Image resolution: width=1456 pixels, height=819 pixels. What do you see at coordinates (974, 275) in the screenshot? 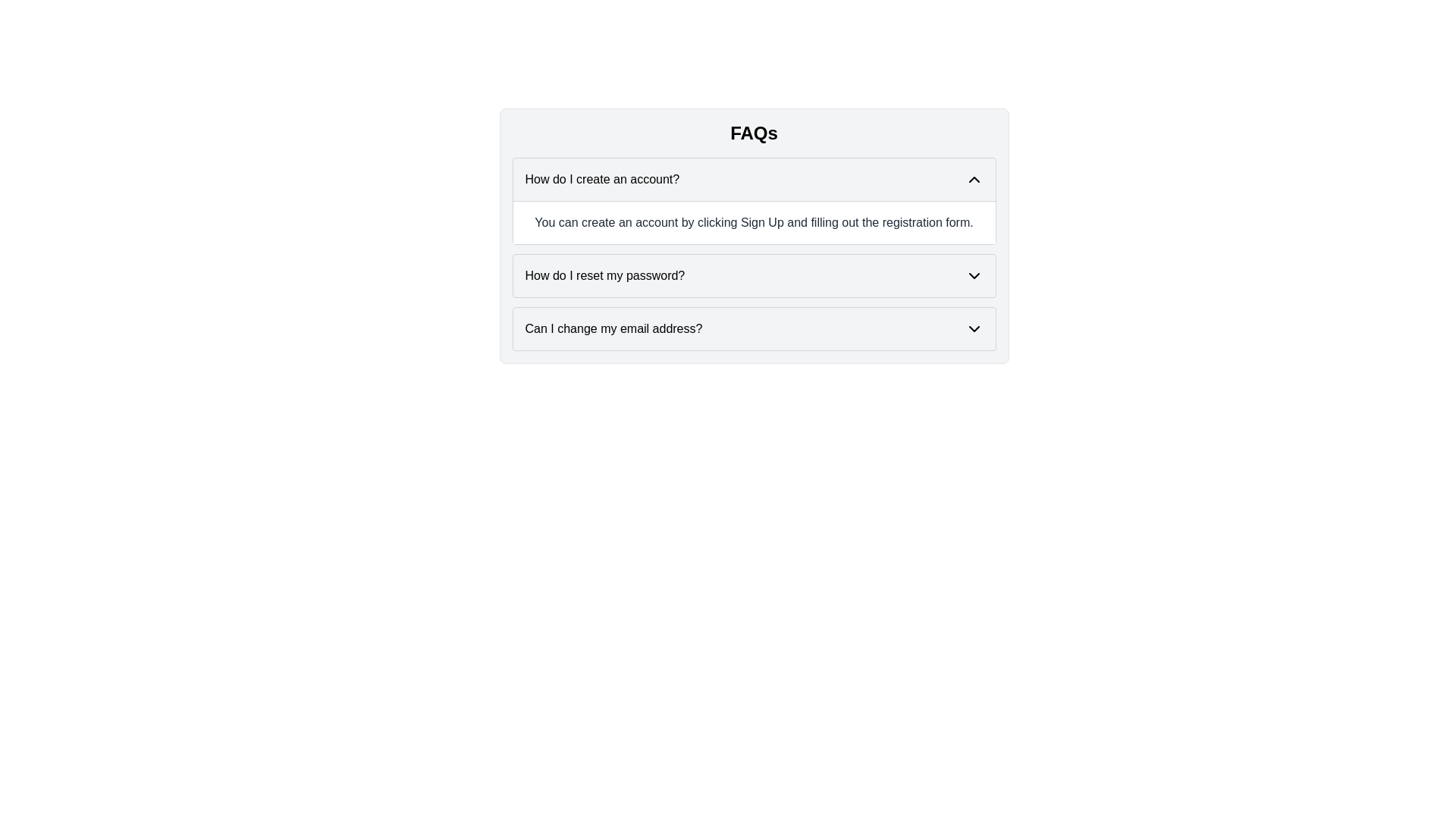
I see `the Chevron Down icon located at the right end of the FAQ item titled 'How do I reset my password?'` at bounding box center [974, 275].